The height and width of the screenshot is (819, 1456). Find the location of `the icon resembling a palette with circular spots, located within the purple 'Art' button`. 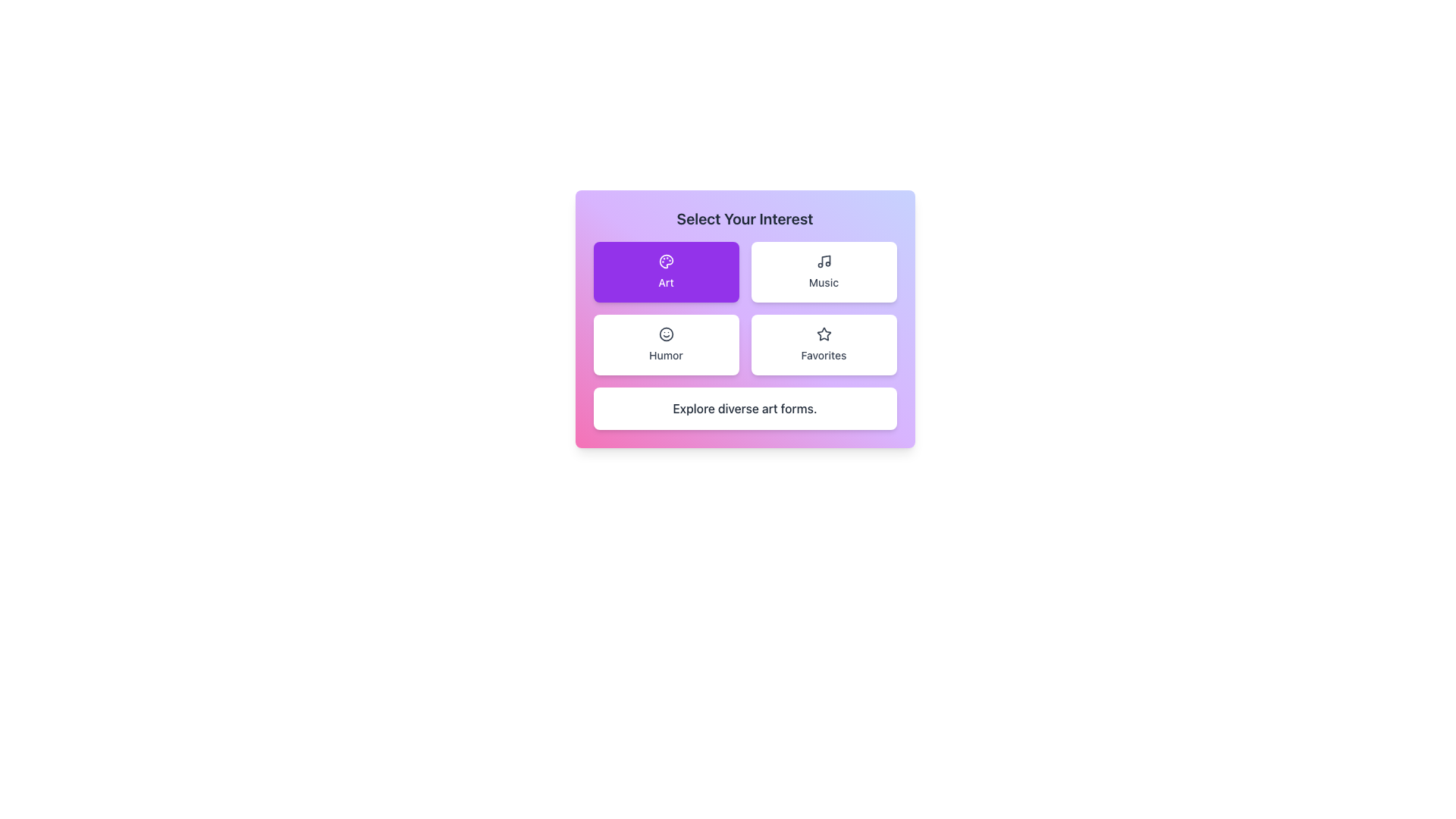

the icon resembling a palette with circular spots, located within the purple 'Art' button is located at coordinates (666, 260).